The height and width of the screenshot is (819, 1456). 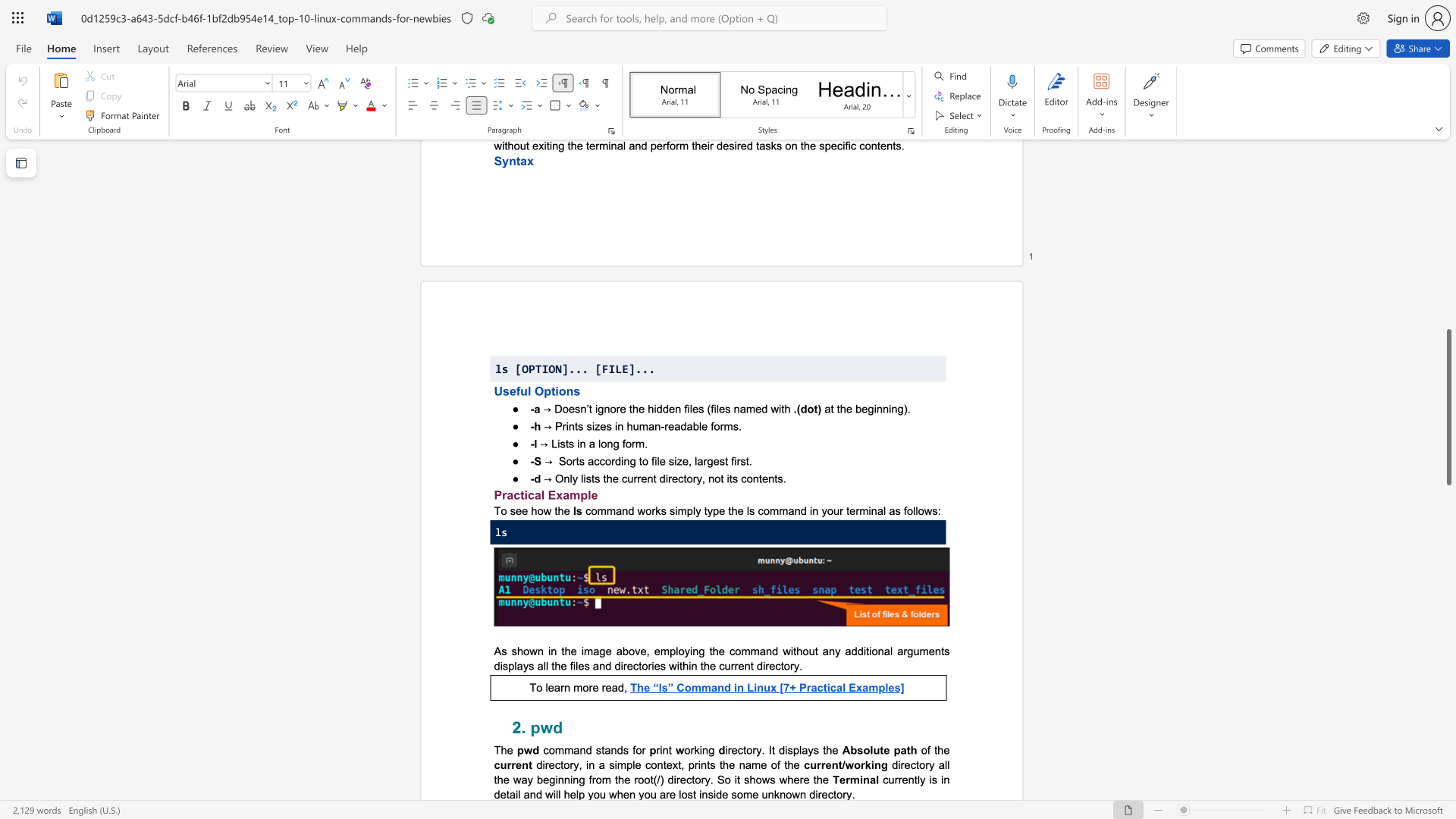 I want to click on the scrollbar to move the page up, so click(x=1448, y=234).